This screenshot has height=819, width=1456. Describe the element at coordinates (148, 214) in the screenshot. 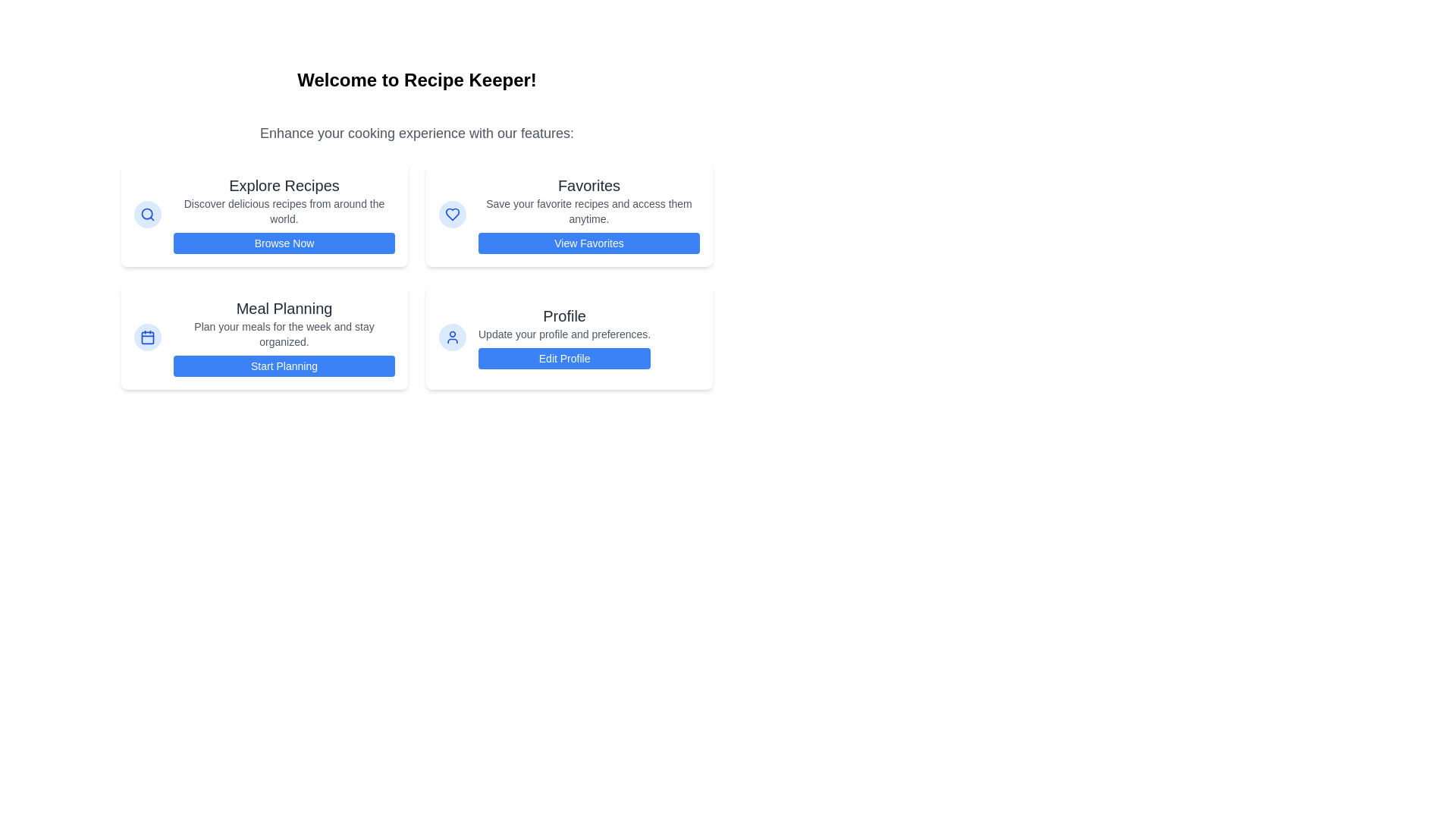

I see `the clickable search icon located inside the 'Explore Recipes' card at the top left of the grid` at that location.